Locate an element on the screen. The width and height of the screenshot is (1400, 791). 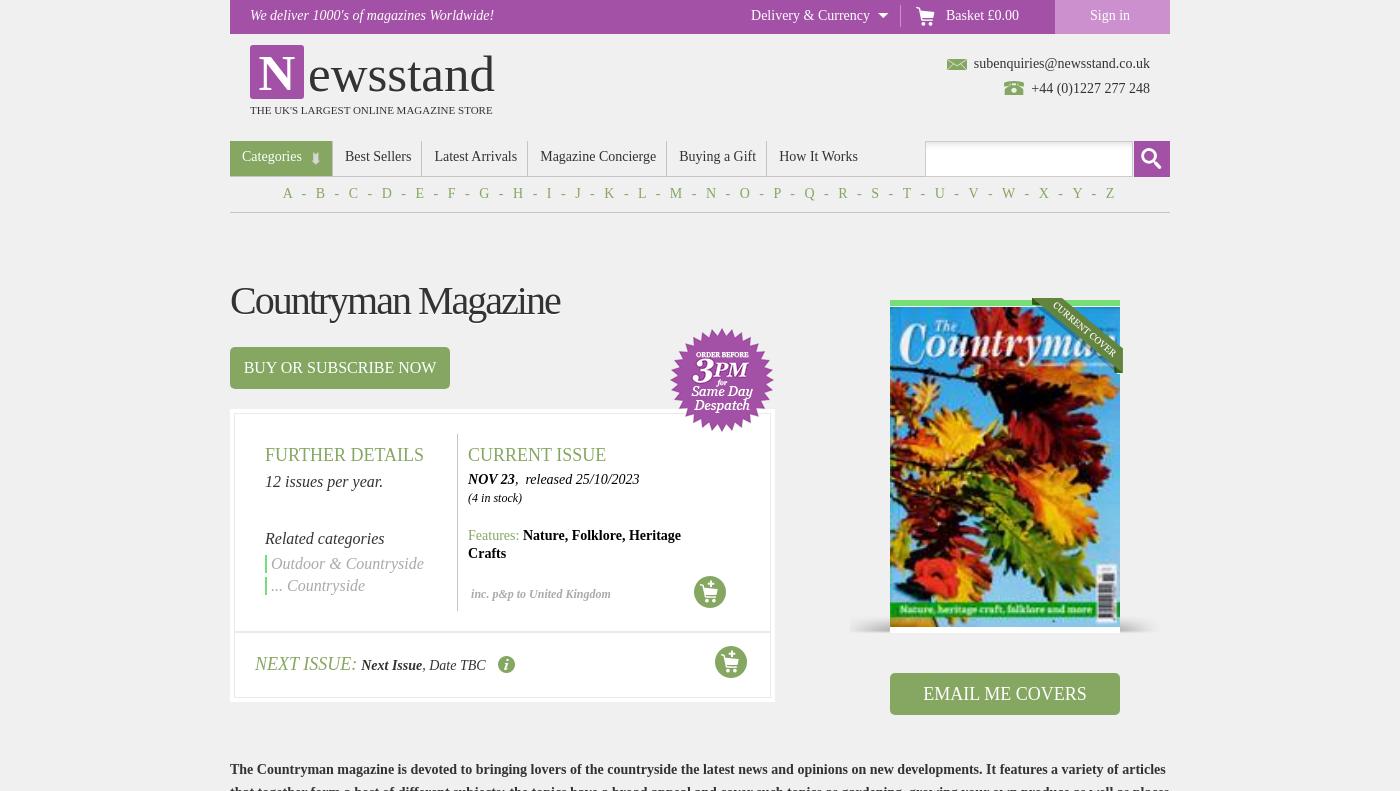
'C' is located at coordinates (348, 193).